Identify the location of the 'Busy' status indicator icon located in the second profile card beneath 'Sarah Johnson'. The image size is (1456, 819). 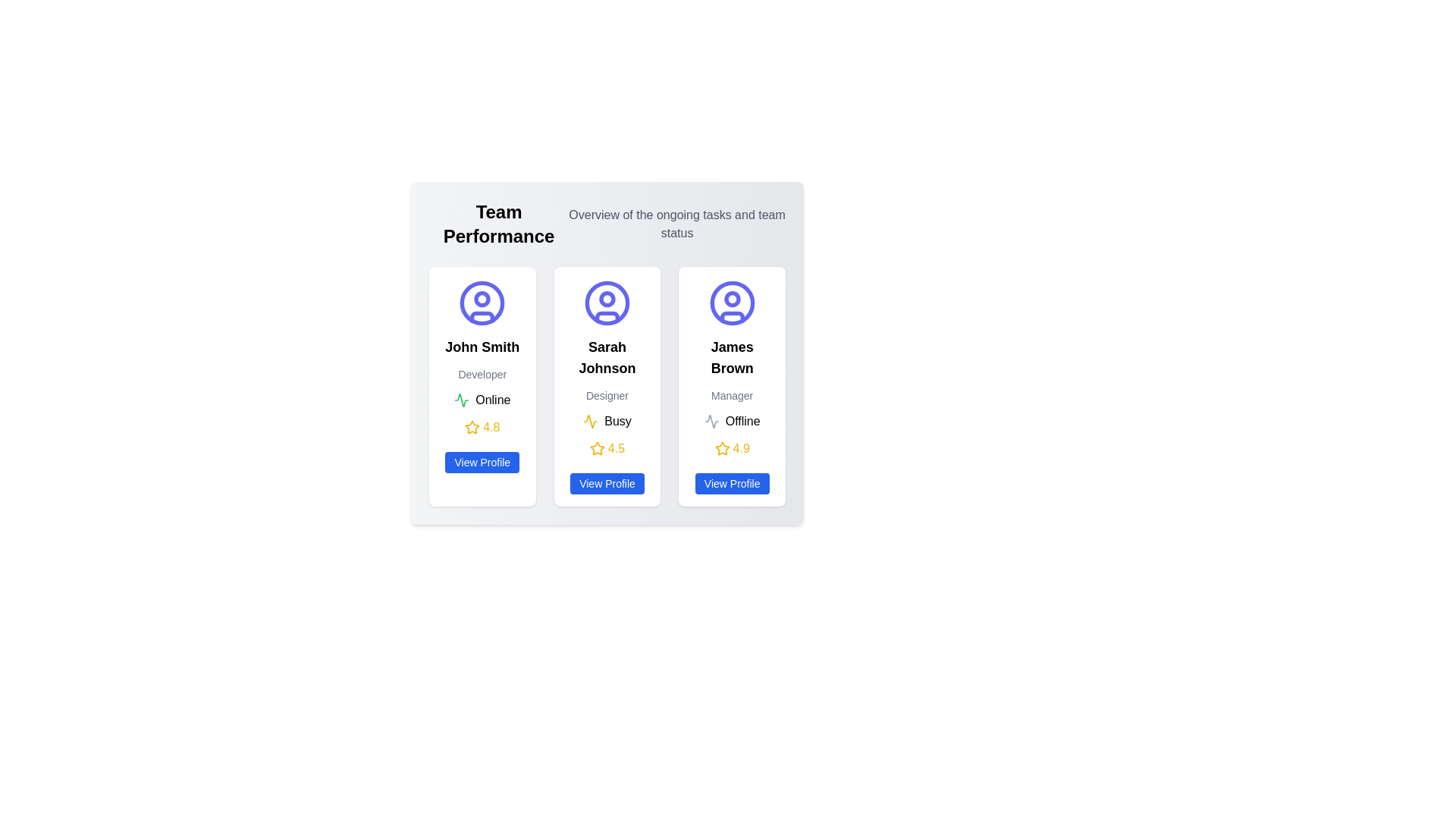
(590, 421).